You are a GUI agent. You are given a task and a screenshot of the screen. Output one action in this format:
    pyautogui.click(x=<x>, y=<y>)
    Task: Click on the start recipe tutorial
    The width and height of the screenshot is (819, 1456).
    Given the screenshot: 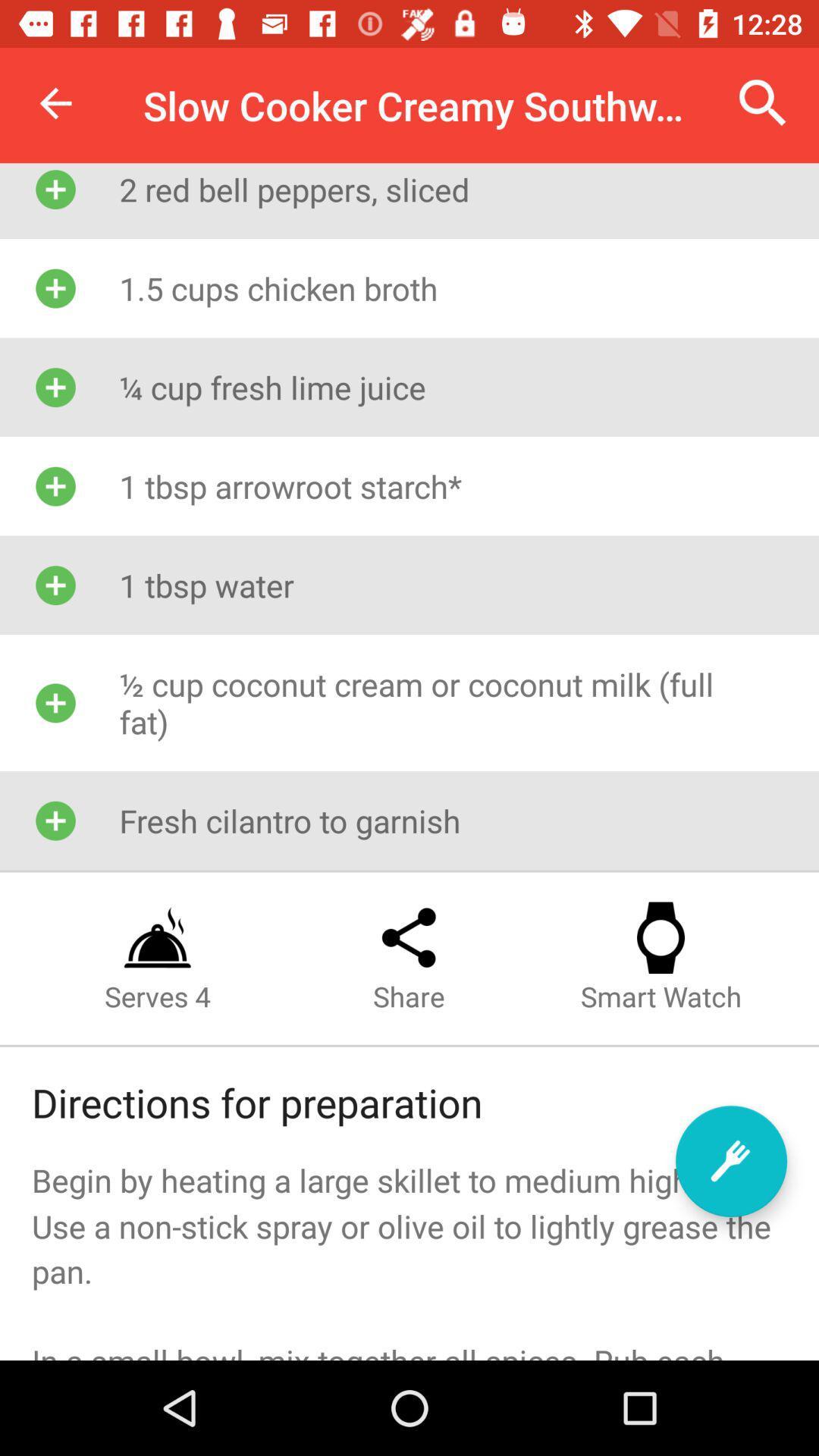 What is the action you would take?
    pyautogui.click(x=730, y=1160)
    